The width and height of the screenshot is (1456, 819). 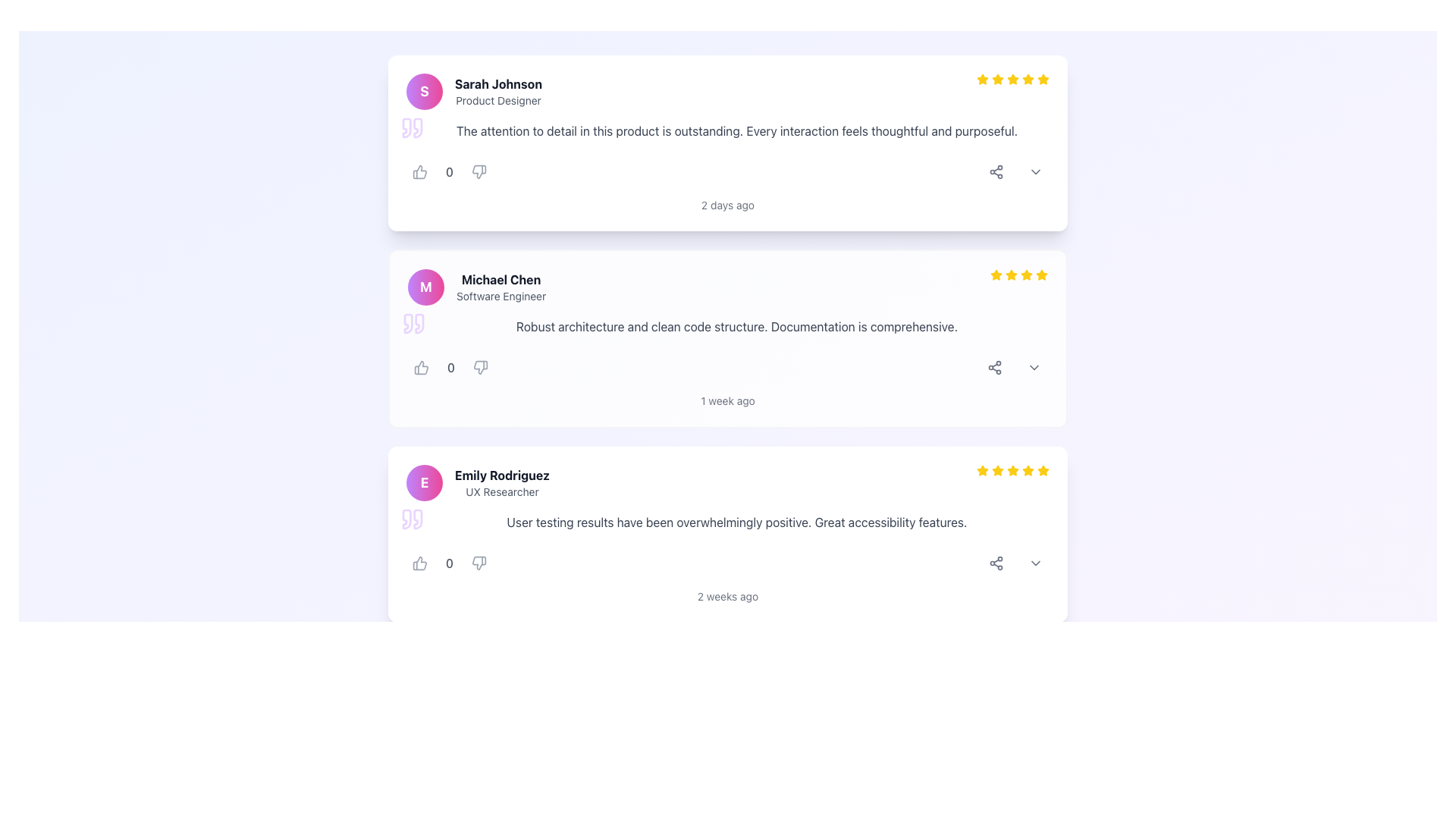 I want to click on the second yellow star icon in the top-right corner of Emily Rodriguez's review card, so click(x=997, y=469).